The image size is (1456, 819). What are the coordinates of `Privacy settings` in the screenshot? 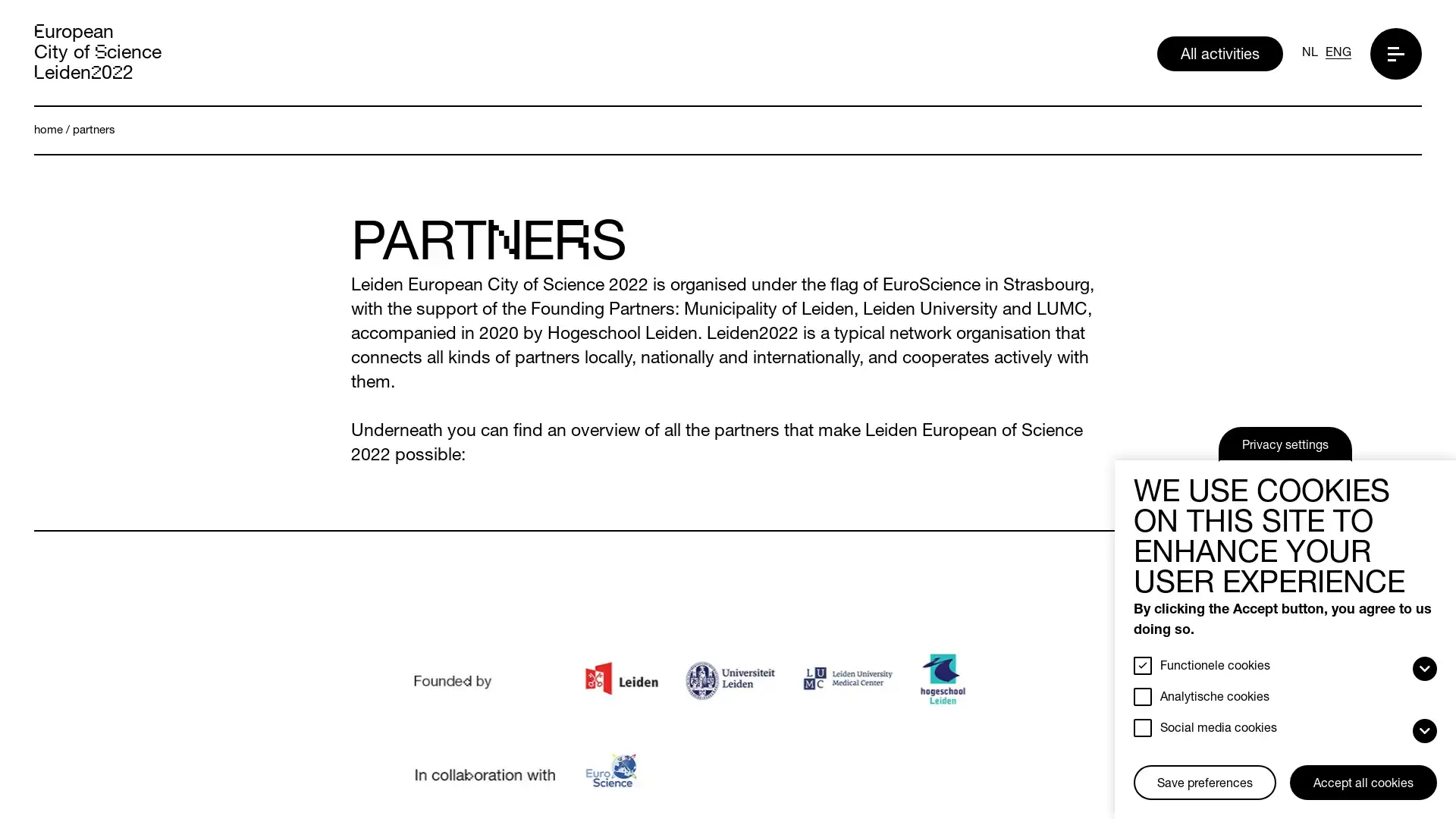 It's located at (1284, 444).